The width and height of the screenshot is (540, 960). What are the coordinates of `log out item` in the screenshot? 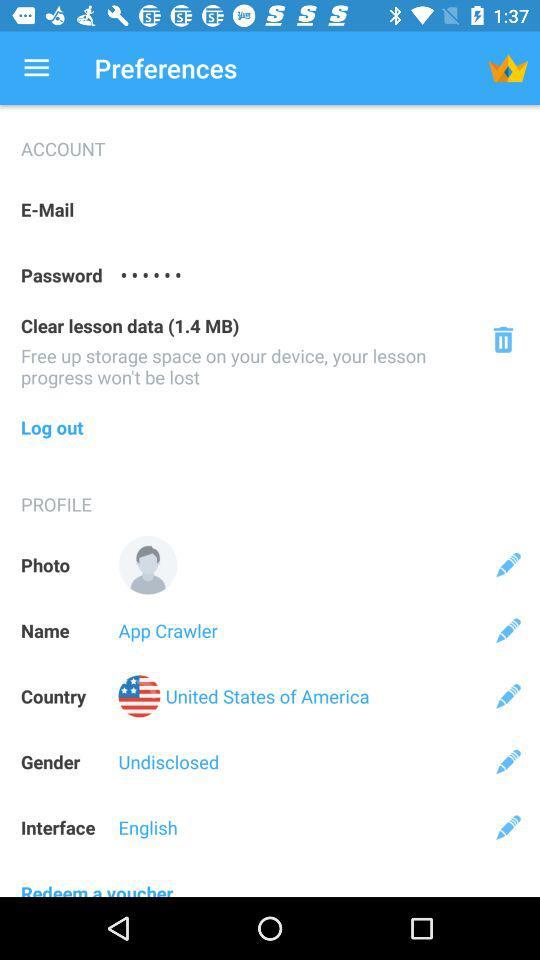 It's located at (270, 427).